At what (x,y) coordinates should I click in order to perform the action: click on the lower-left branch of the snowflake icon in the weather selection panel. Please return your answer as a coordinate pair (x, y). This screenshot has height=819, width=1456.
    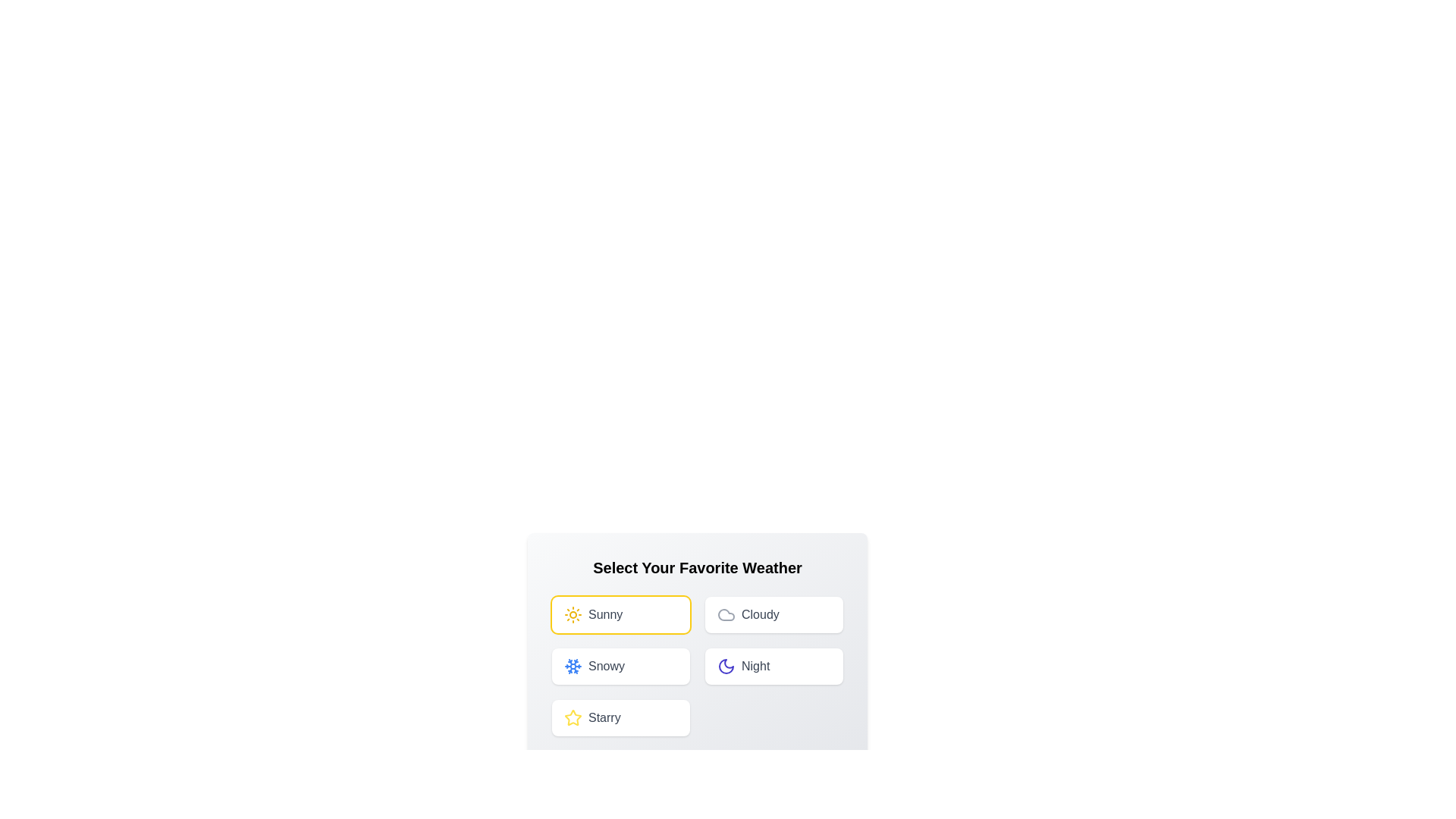
    Looking at the image, I should click on (570, 669).